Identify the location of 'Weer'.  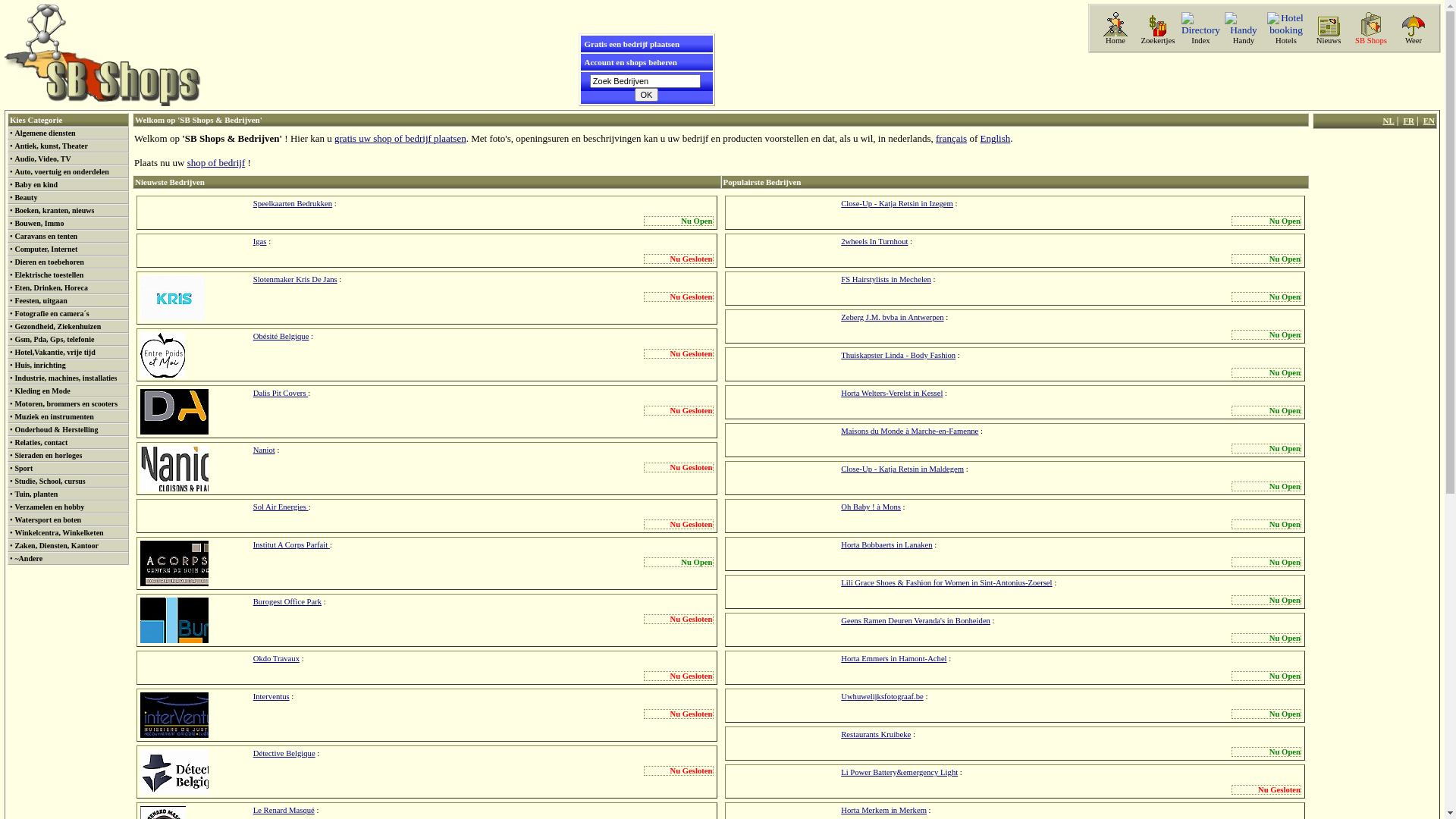
(1412, 39).